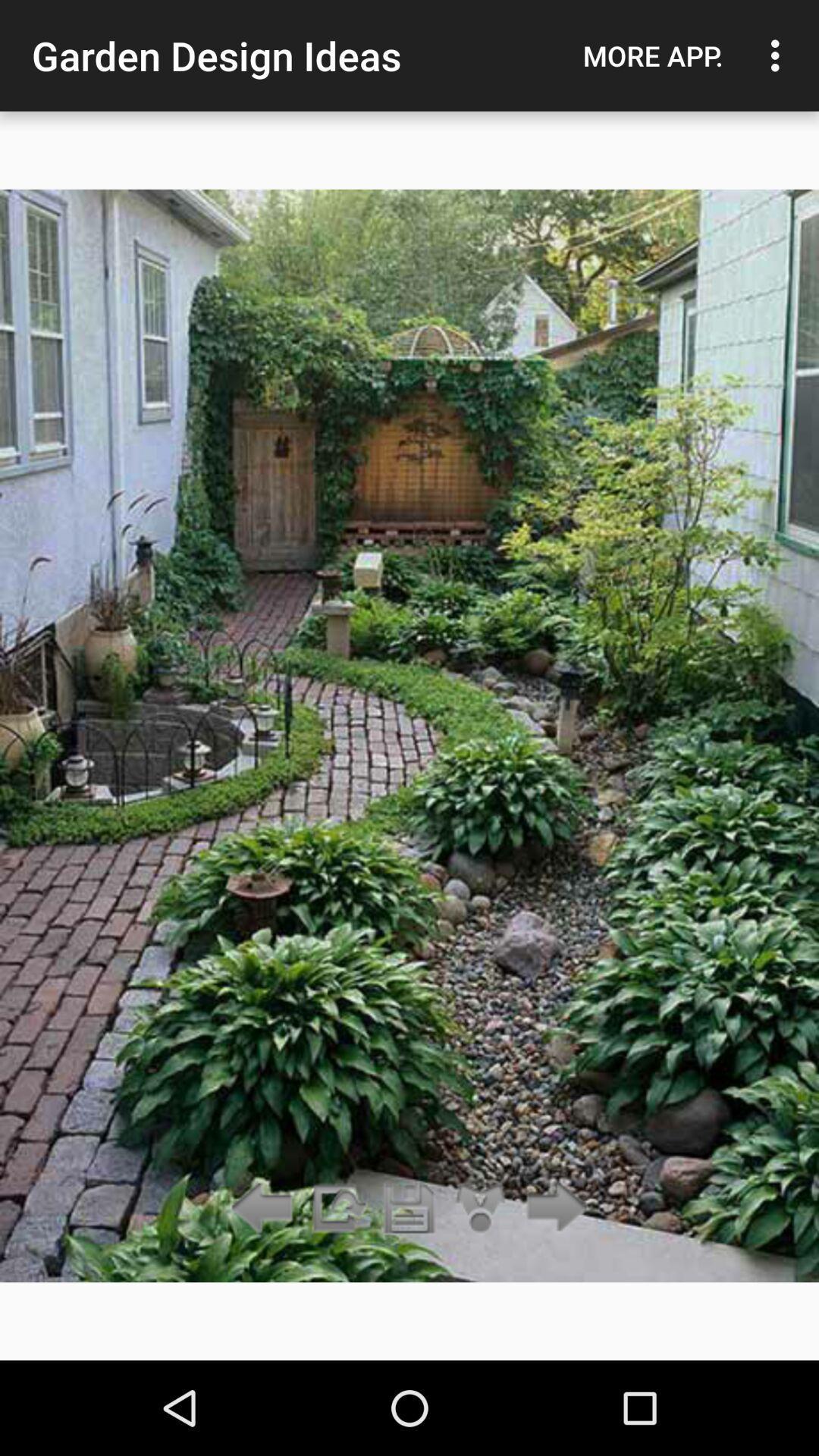 This screenshot has height=1456, width=819. Describe the element at coordinates (481, 1208) in the screenshot. I see `the share icon` at that location.